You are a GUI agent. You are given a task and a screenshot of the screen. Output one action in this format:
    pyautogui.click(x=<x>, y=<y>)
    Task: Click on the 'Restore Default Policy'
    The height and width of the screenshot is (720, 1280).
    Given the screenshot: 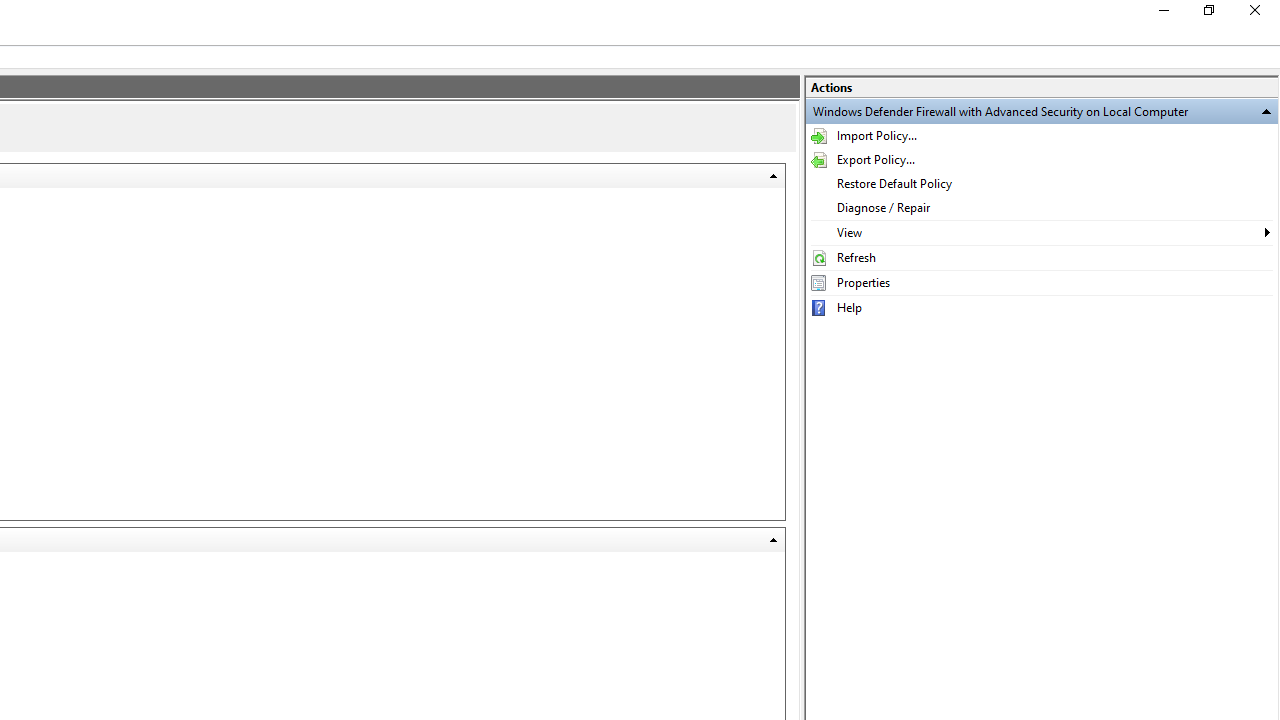 What is the action you would take?
    pyautogui.click(x=1040, y=183)
    